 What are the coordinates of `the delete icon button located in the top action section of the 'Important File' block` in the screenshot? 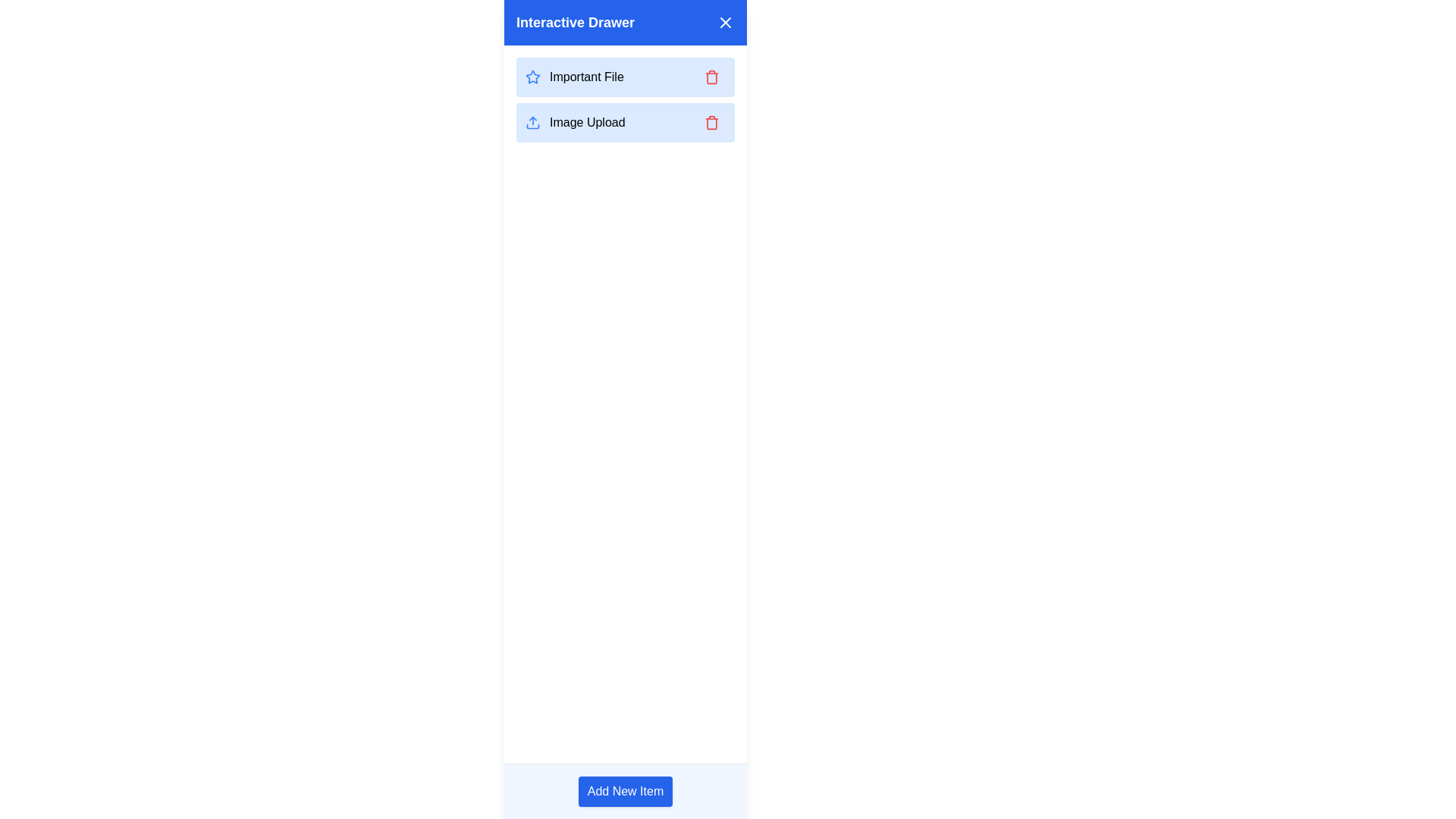 It's located at (711, 77).